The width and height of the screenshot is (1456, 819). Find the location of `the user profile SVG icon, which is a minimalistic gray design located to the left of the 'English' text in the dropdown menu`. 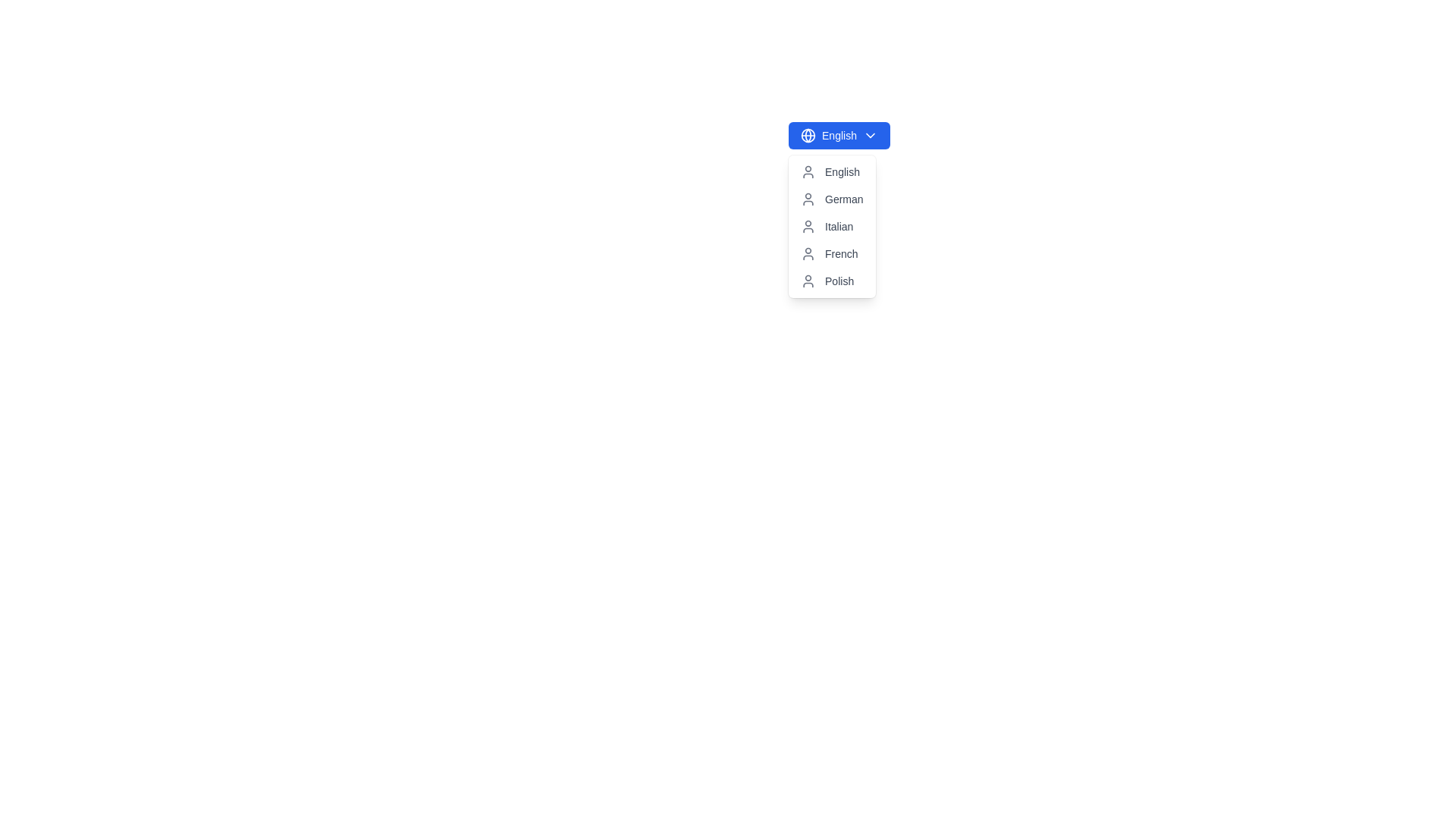

the user profile SVG icon, which is a minimalistic gray design located to the left of the 'English' text in the dropdown menu is located at coordinates (807, 171).